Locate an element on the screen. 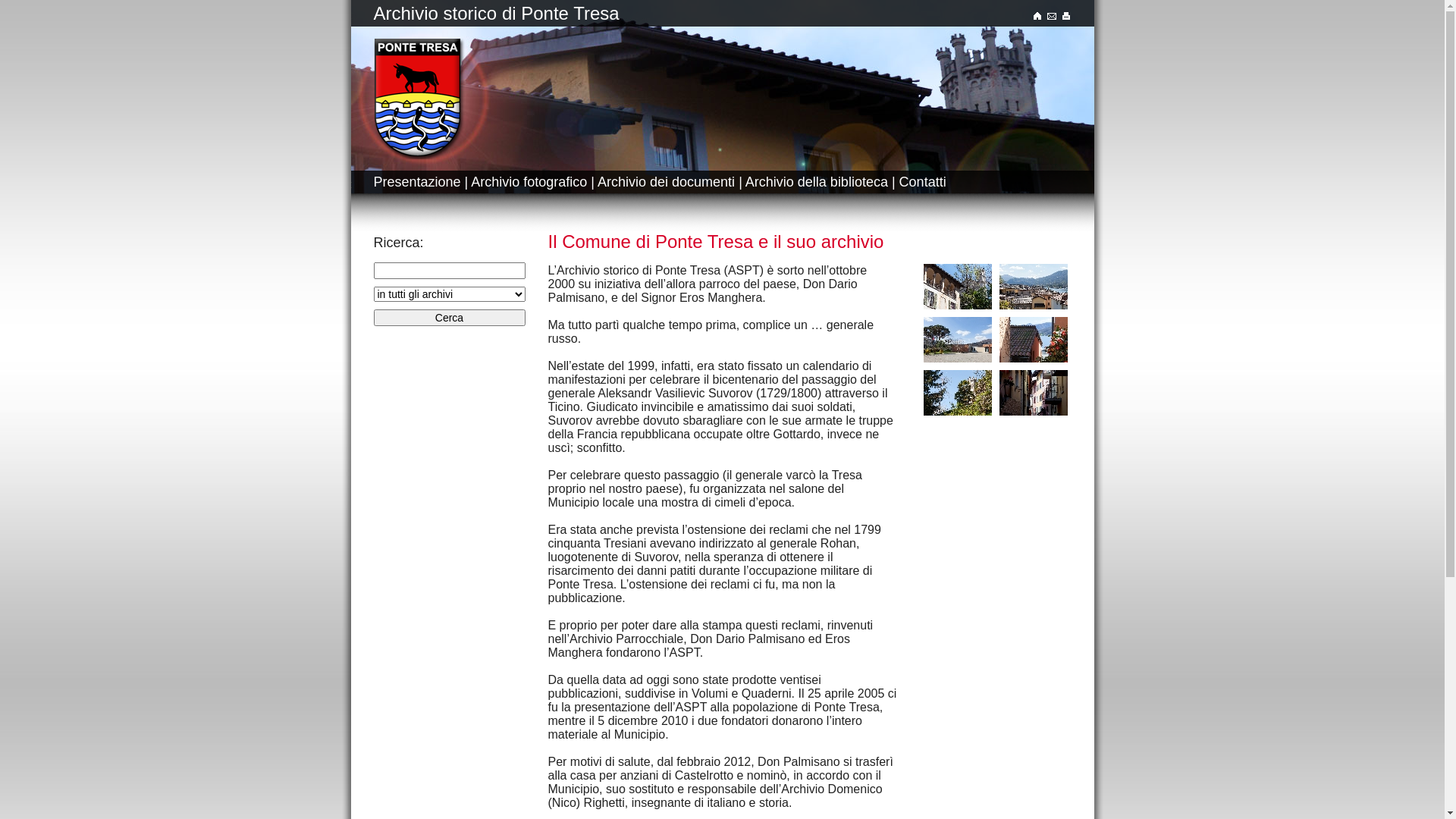 This screenshot has height=819, width=1456. 'Contatti' is located at coordinates (922, 180).